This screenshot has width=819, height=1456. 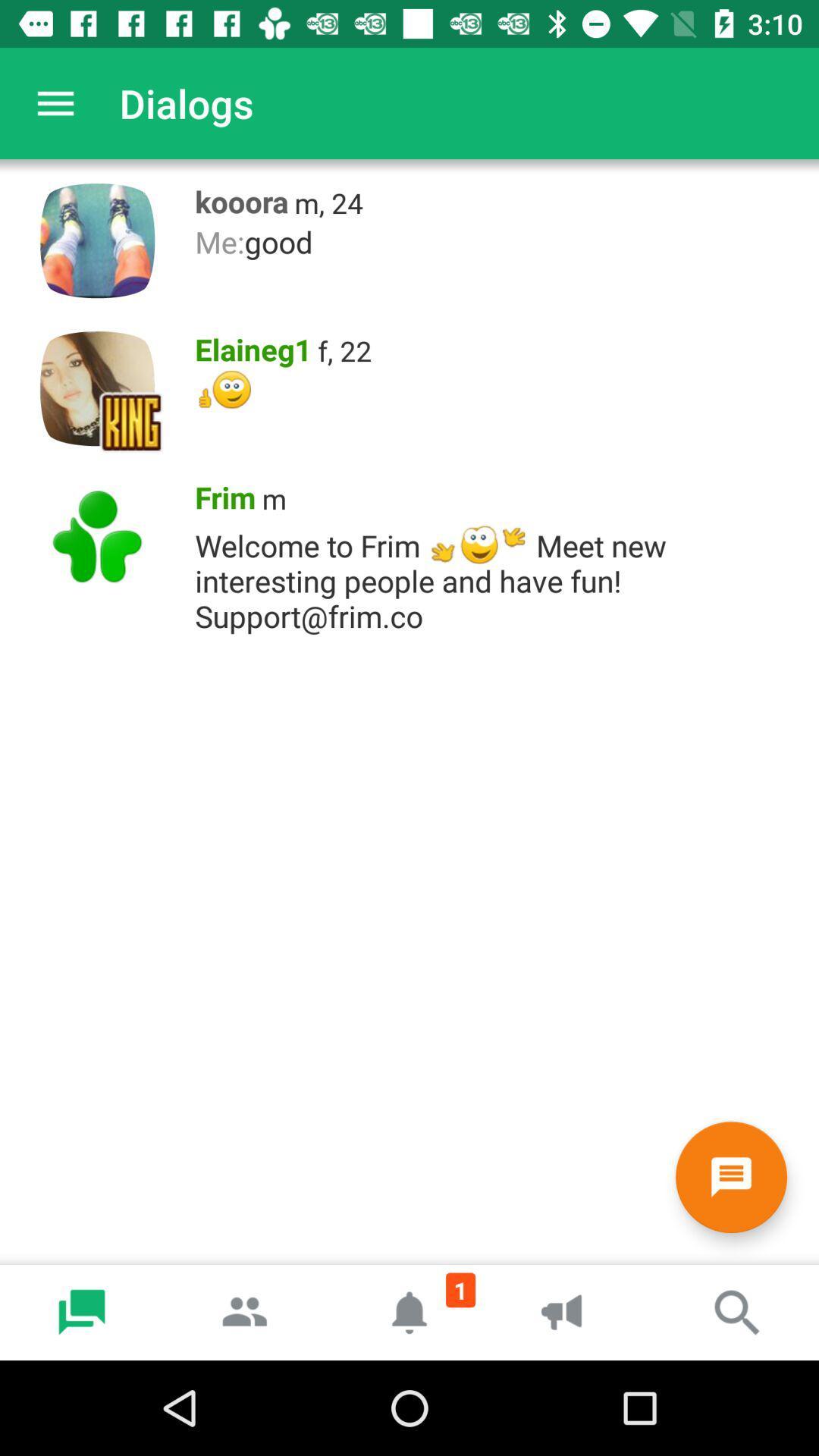 What do you see at coordinates (344, 350) in the screenshot?
I see `item next to the elaineg1 icon` at bounding box center [344, 350].